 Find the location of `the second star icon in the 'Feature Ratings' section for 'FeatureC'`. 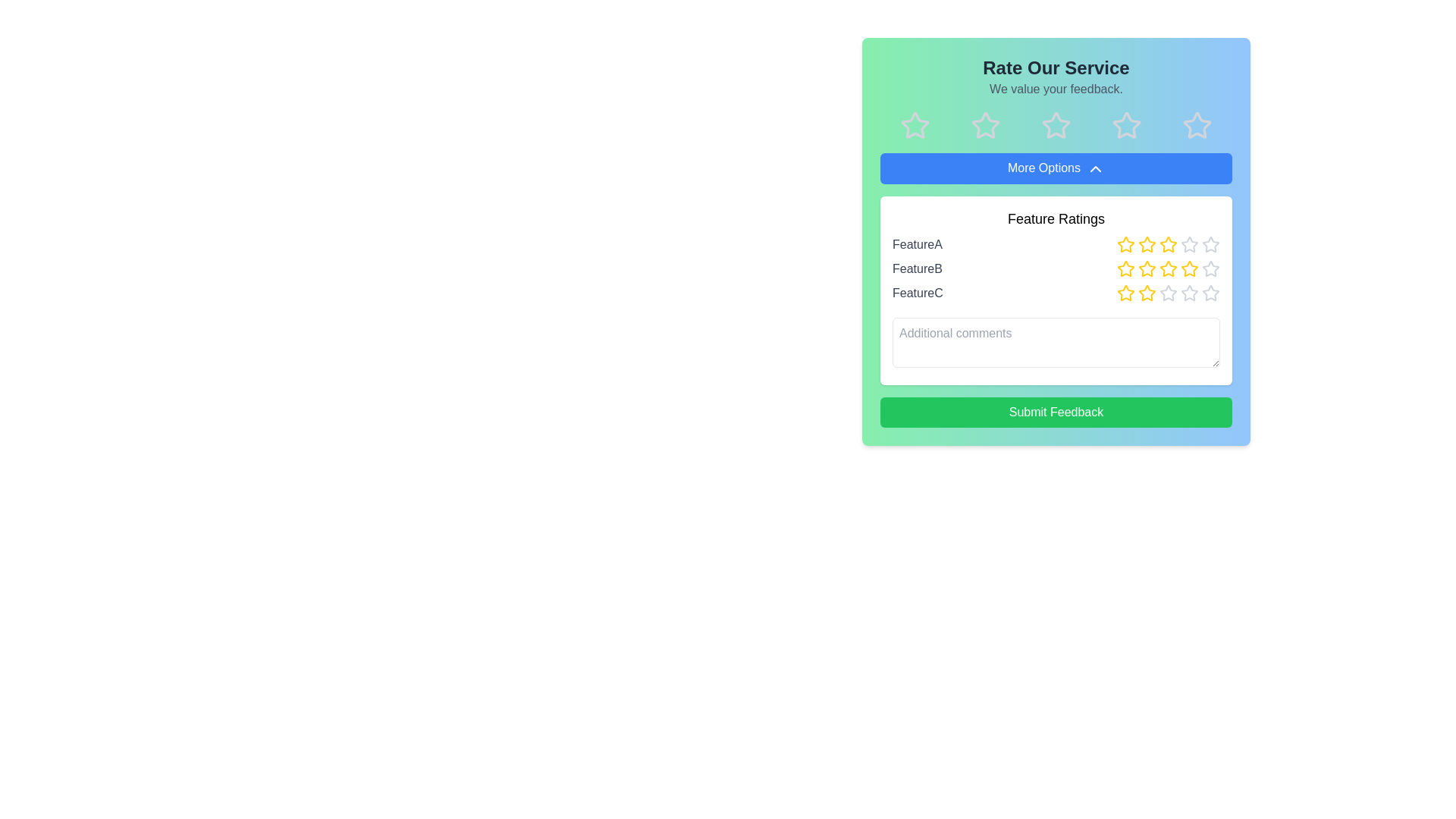

the second star icon in the 'Feature Ratings' section for 'FeatureC' is located at coordinates (1125, 293).